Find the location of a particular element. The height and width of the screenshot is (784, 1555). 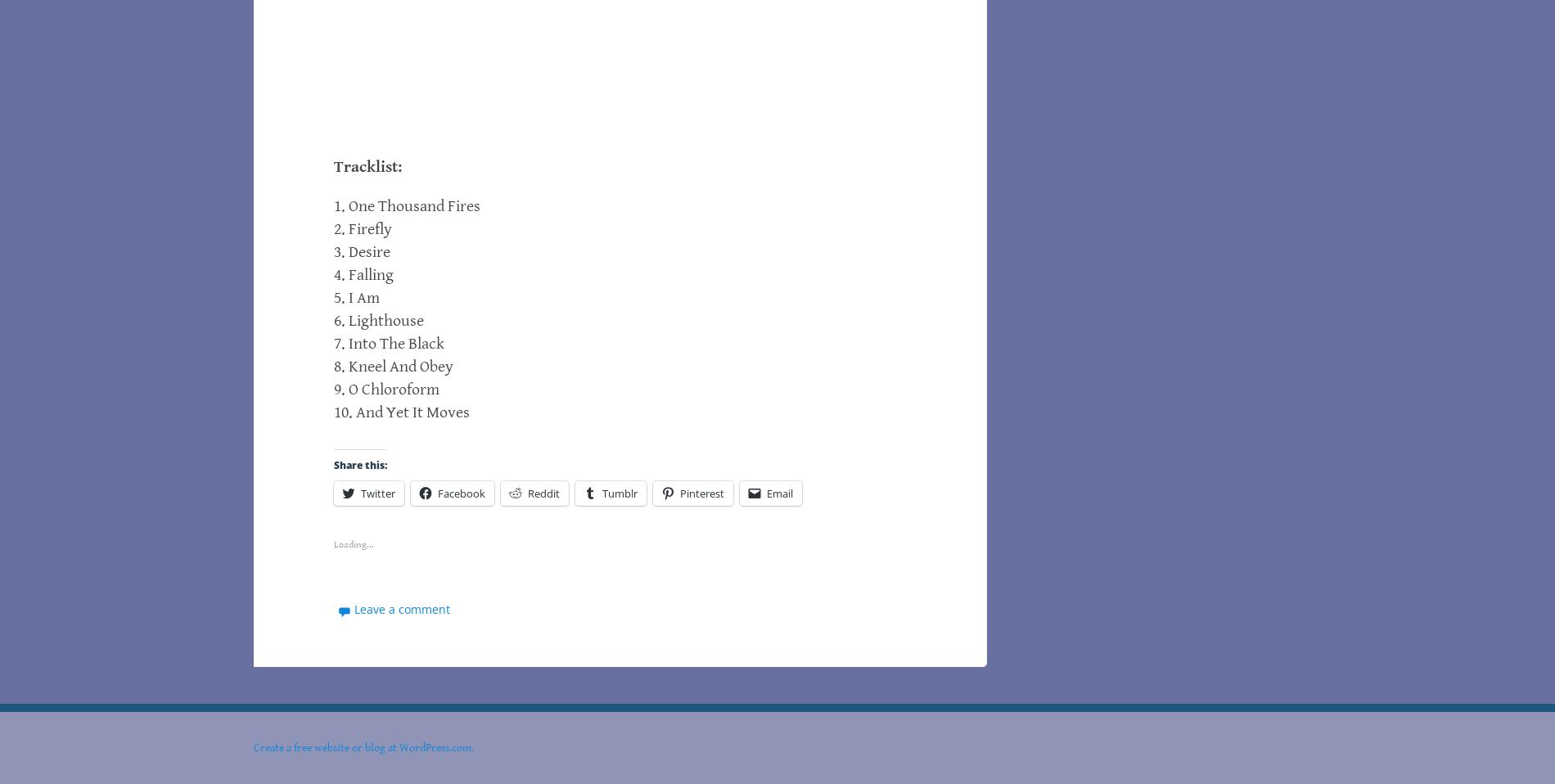

'Leave a comment' is located at coordinates (402, 609).